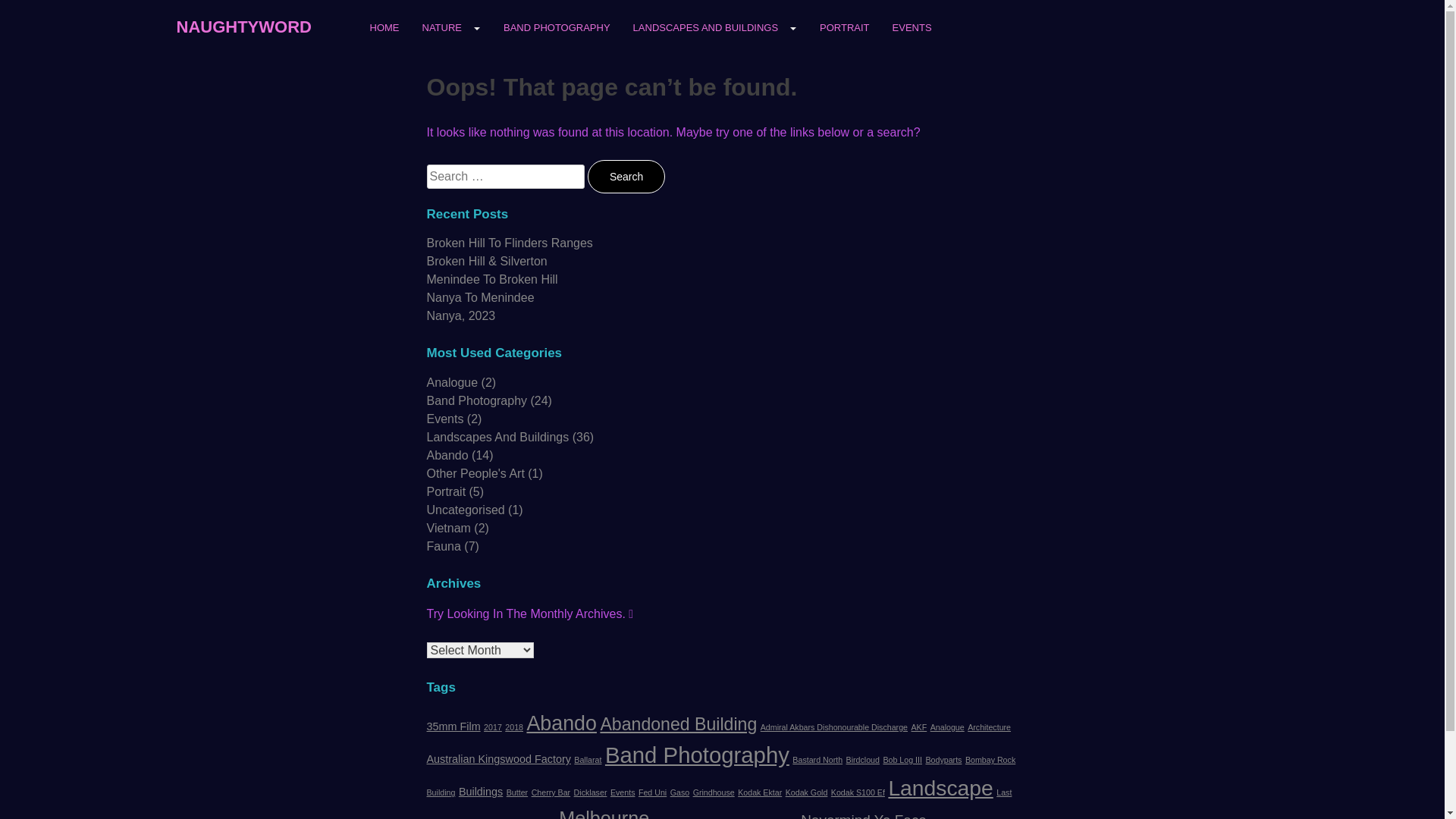  Describe the element at coordinates (460, 315) in the screenshot. I see `'Nanya, 2023'` at that location.